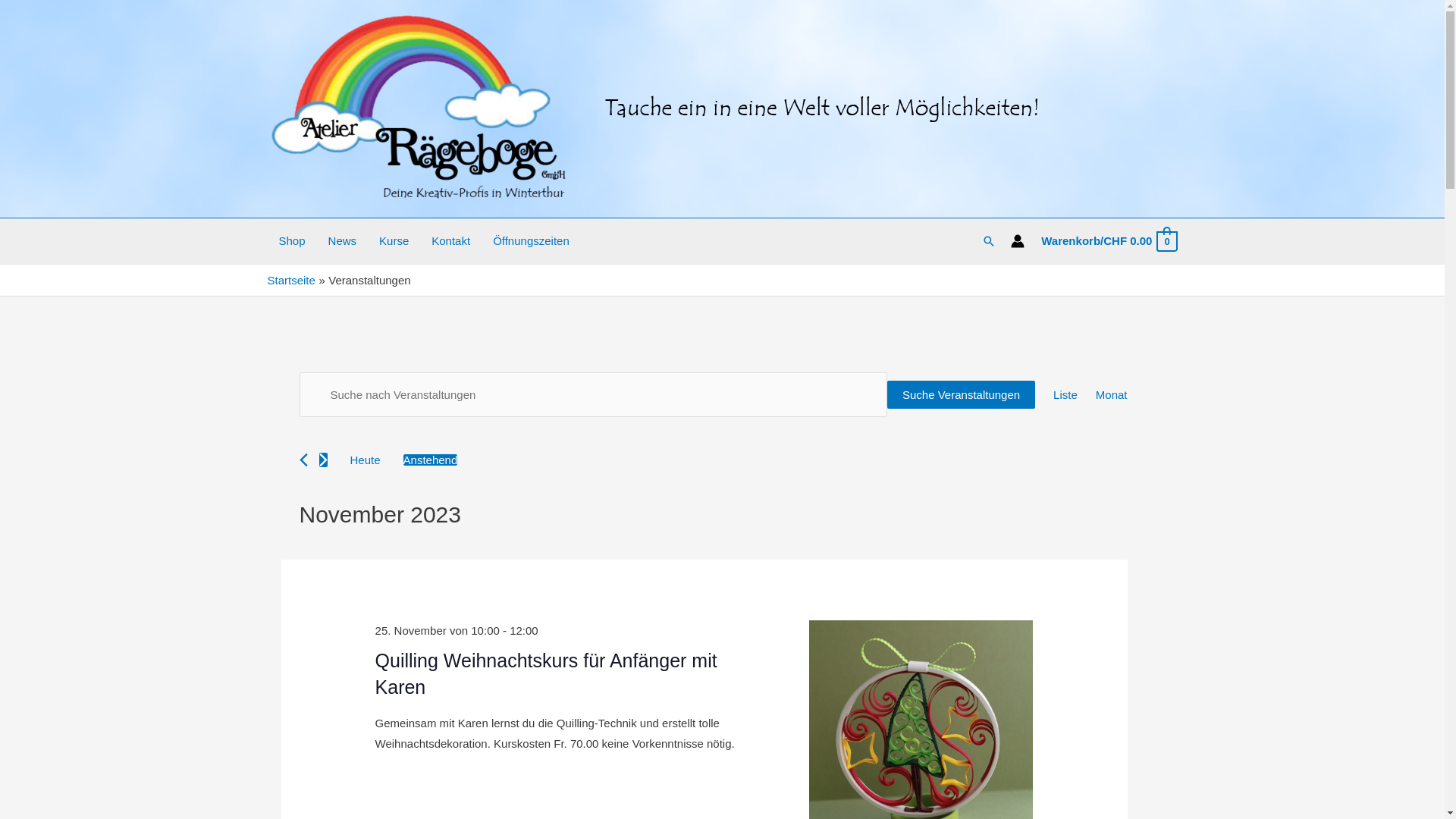 The image size is (1456, 819). Describe the element at coordinates (1111, 394) in the screenshot. I see `'Monat'` at that location.